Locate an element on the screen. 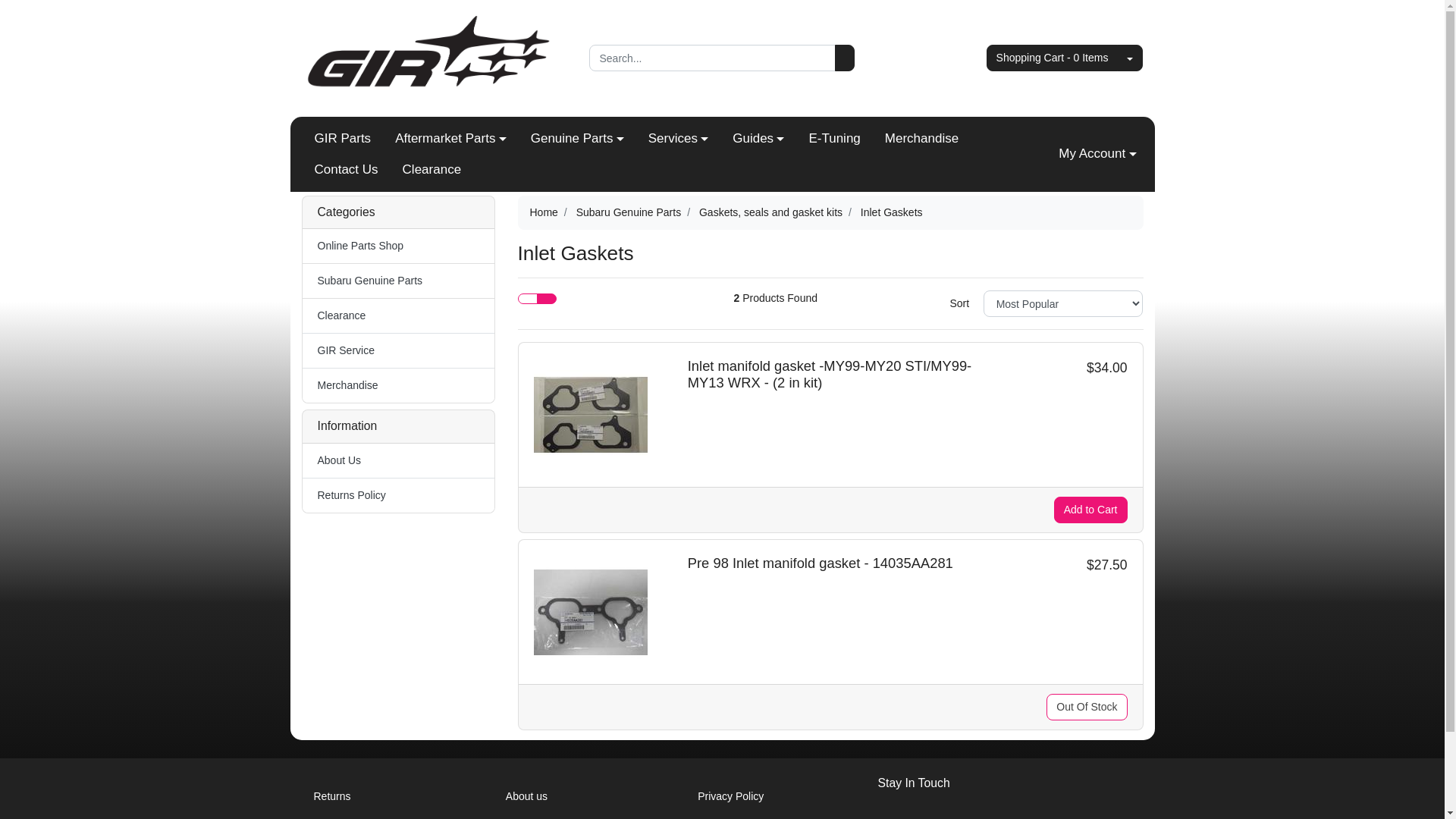 The height and width of the screenshot is (819, 1456). 'Merchandise' is located at coordinates (921, 138).